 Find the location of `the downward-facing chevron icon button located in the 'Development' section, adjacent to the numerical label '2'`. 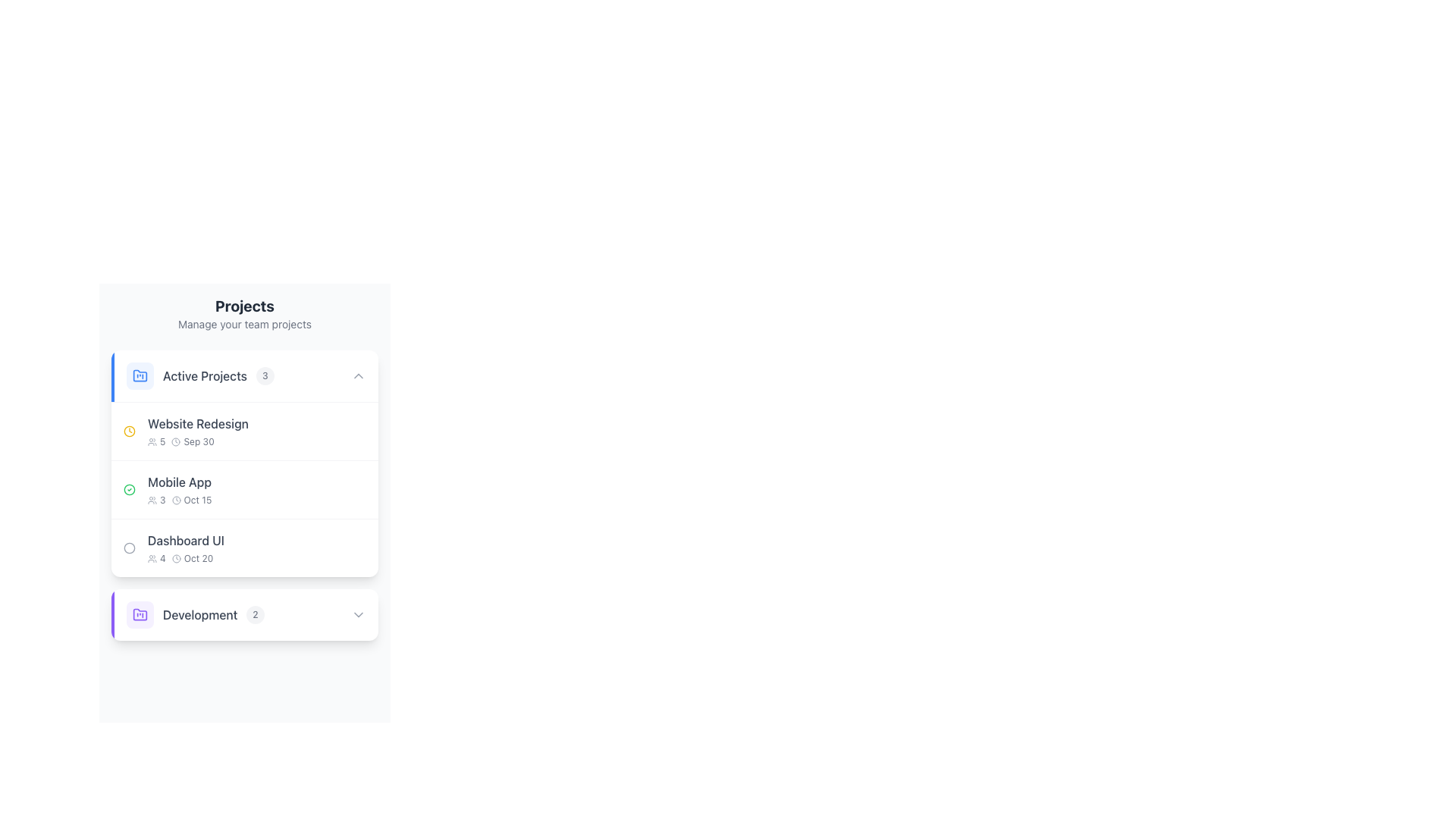

the downward-facing chevron icon button located in the 'Development' section, adjacent to the numerical label '2' is located at coordinates (358, 614).